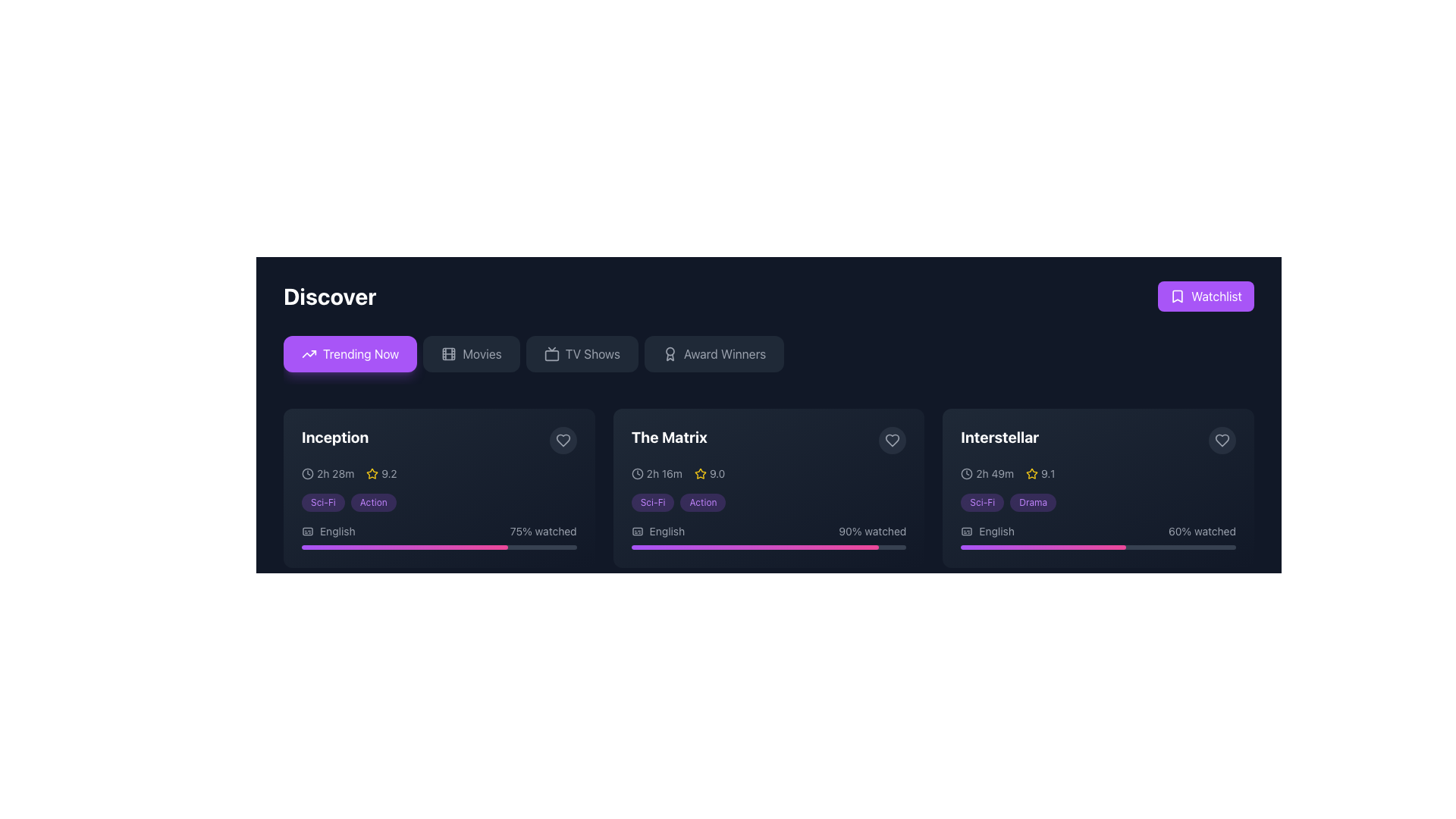 Image resolution: width=1456 pixels, height=819 pixels. What do you see at coordinates (551, 356) in the screenshot?
I see `the lower, central rectangular Icon component that is part of the TV-like graphic symbol, located to the right of the 'Discover' header and aligned with the 'TV Shows' label` at bounding box center [551, 356].